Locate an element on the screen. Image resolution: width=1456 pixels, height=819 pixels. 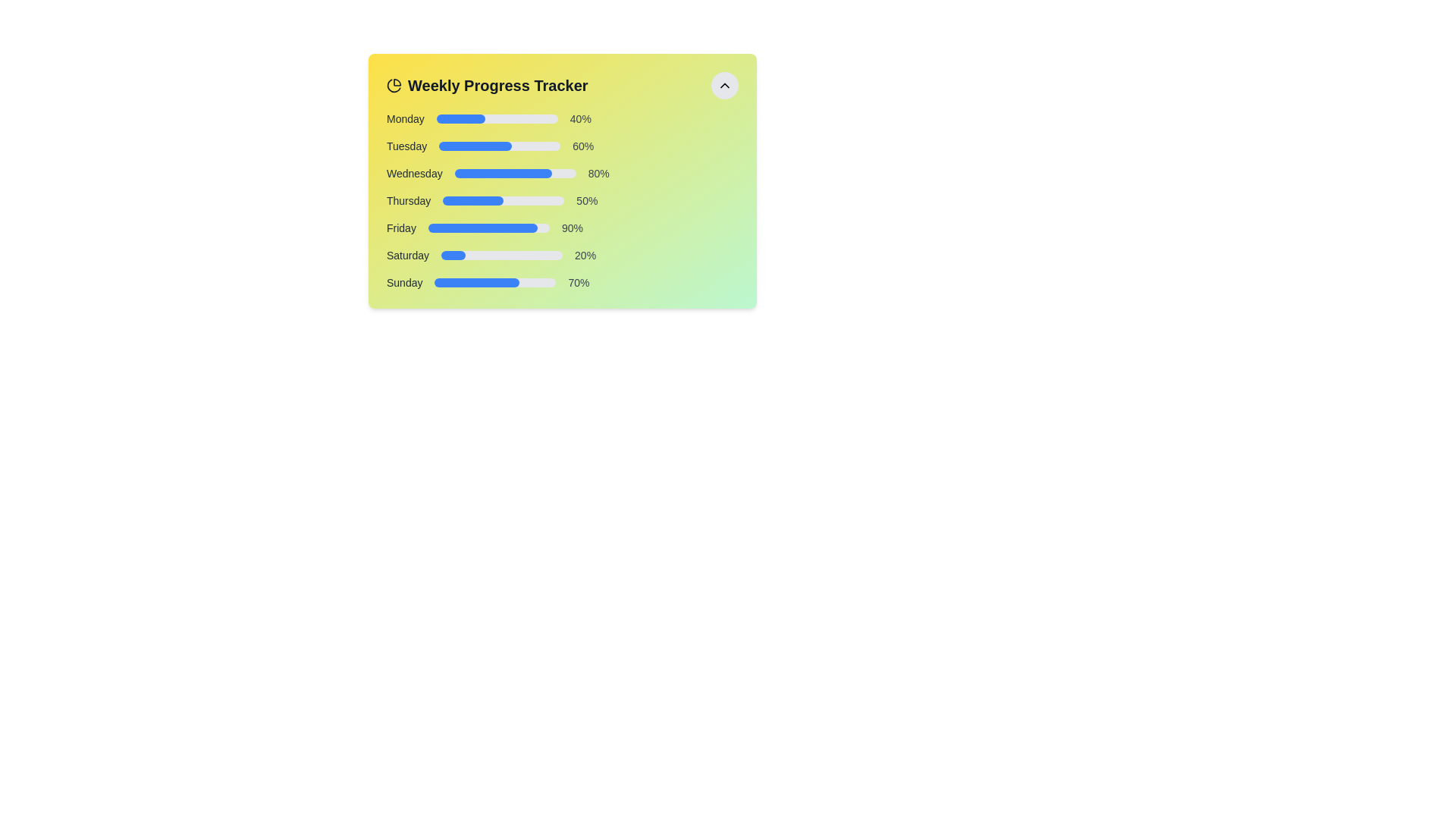
the progress visually on the Progress Bar associated with the label 'Tuesday', which indicates a 60% completion status is located at coordinates (500, 146).